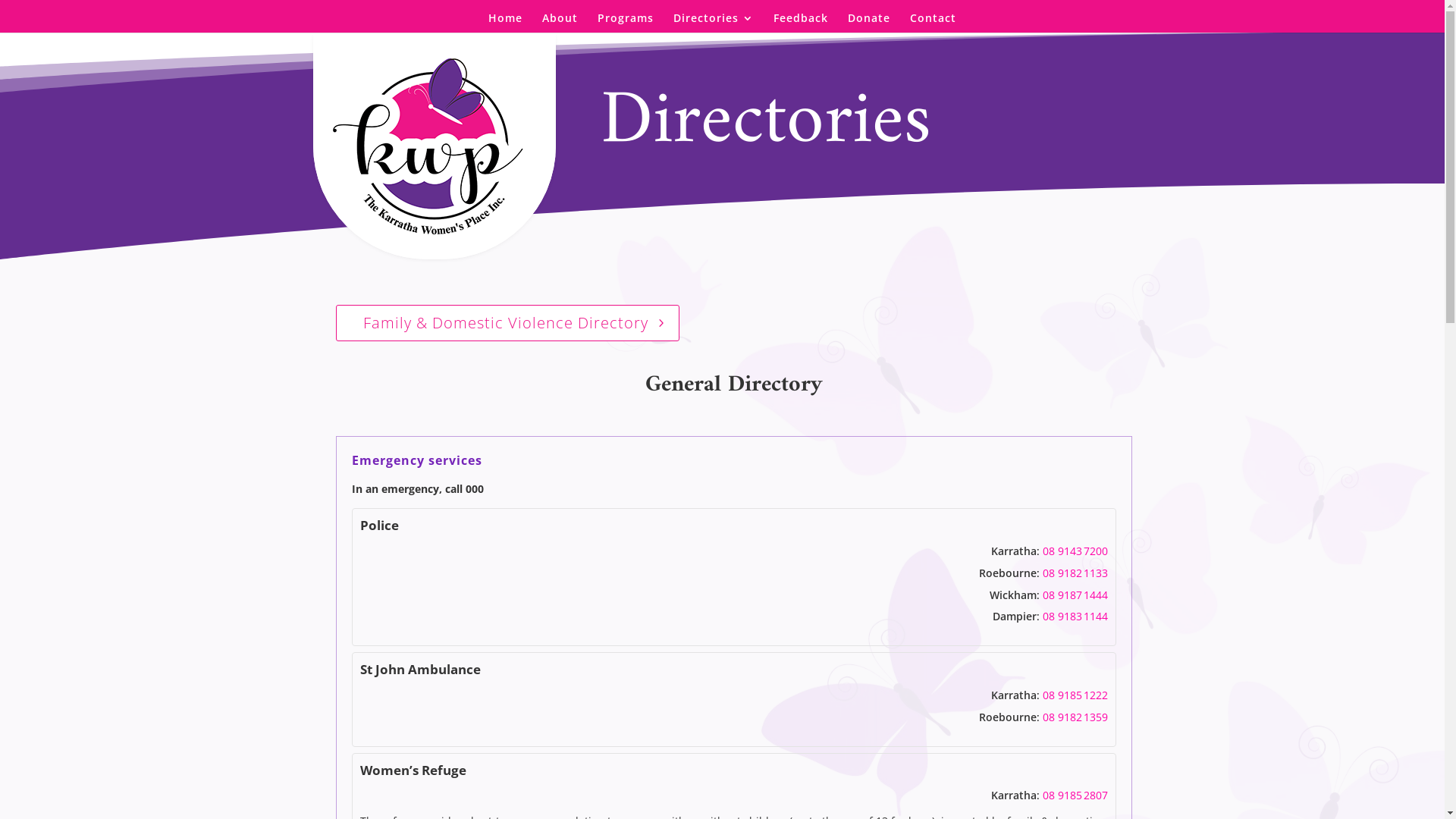 This screenshot has width=1456, height=819. Describe the element at coordinates (910, 23) in the screenshot. I see `'Contact'` at that location.